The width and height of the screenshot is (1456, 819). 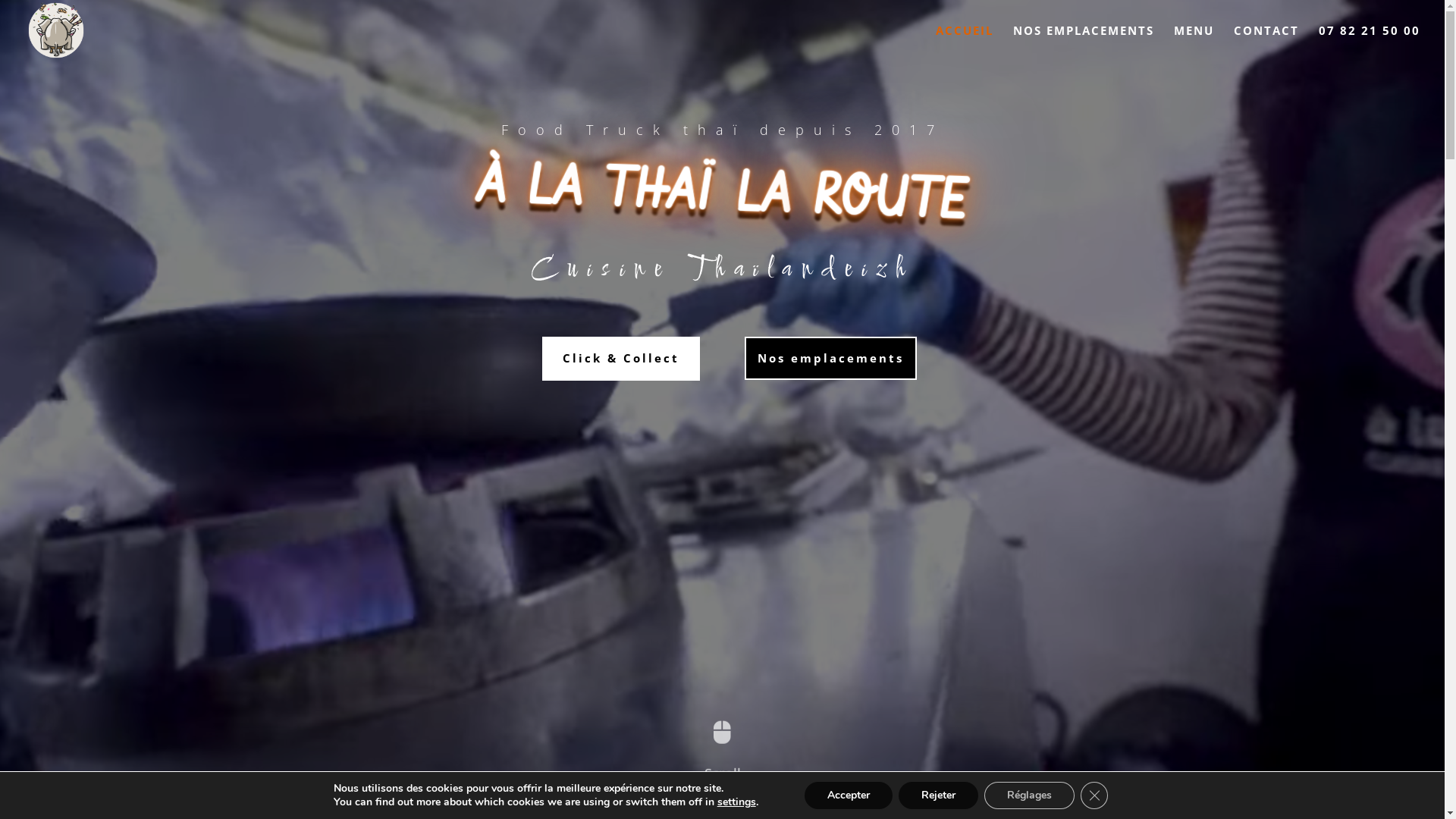 What do you see at coordinates (899, 795) in the screenshot?
I see `'Rejeter'` at bounding box center [899, 795].